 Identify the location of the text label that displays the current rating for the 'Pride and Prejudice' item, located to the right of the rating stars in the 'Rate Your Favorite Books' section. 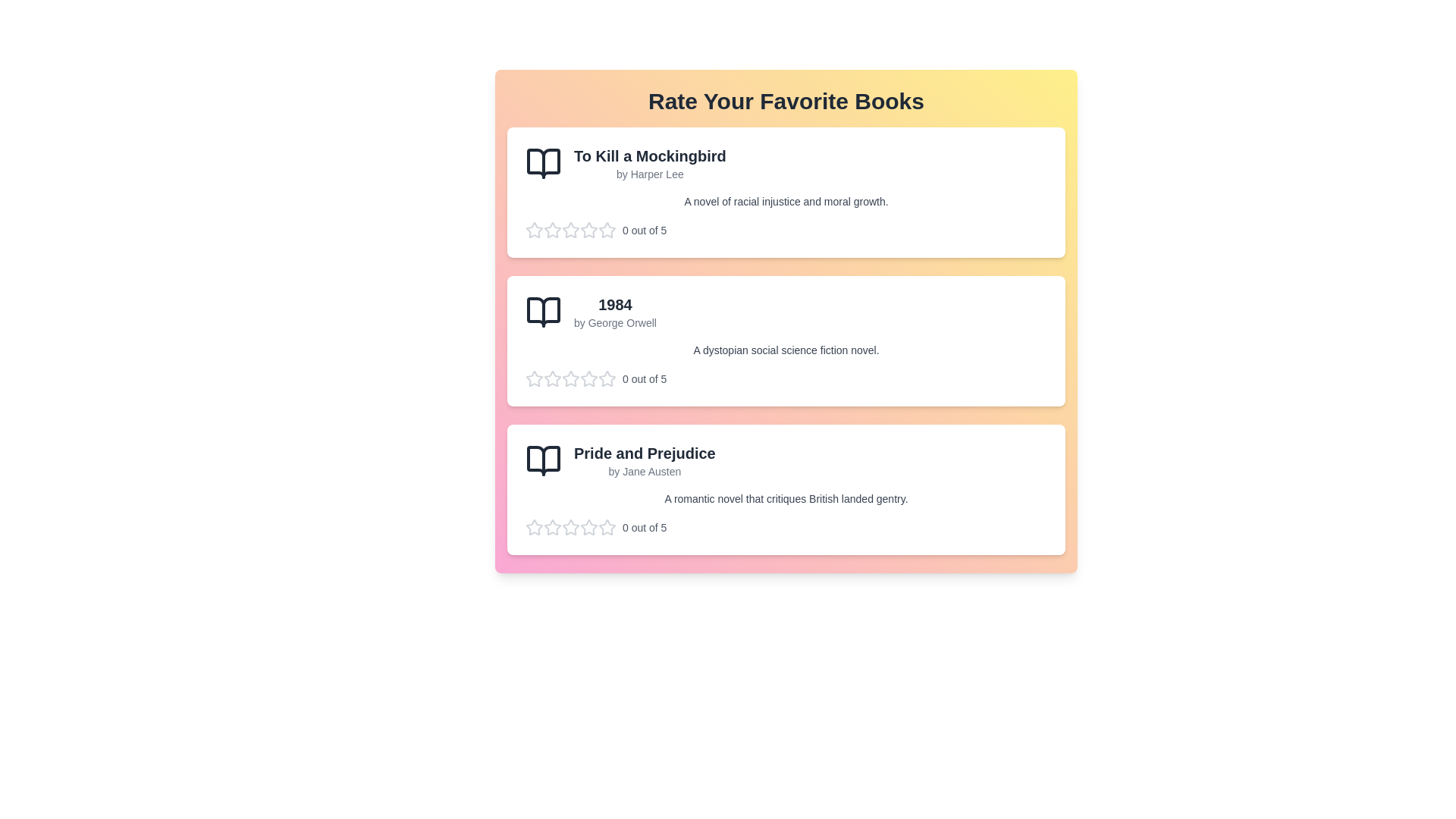
(645, 526).